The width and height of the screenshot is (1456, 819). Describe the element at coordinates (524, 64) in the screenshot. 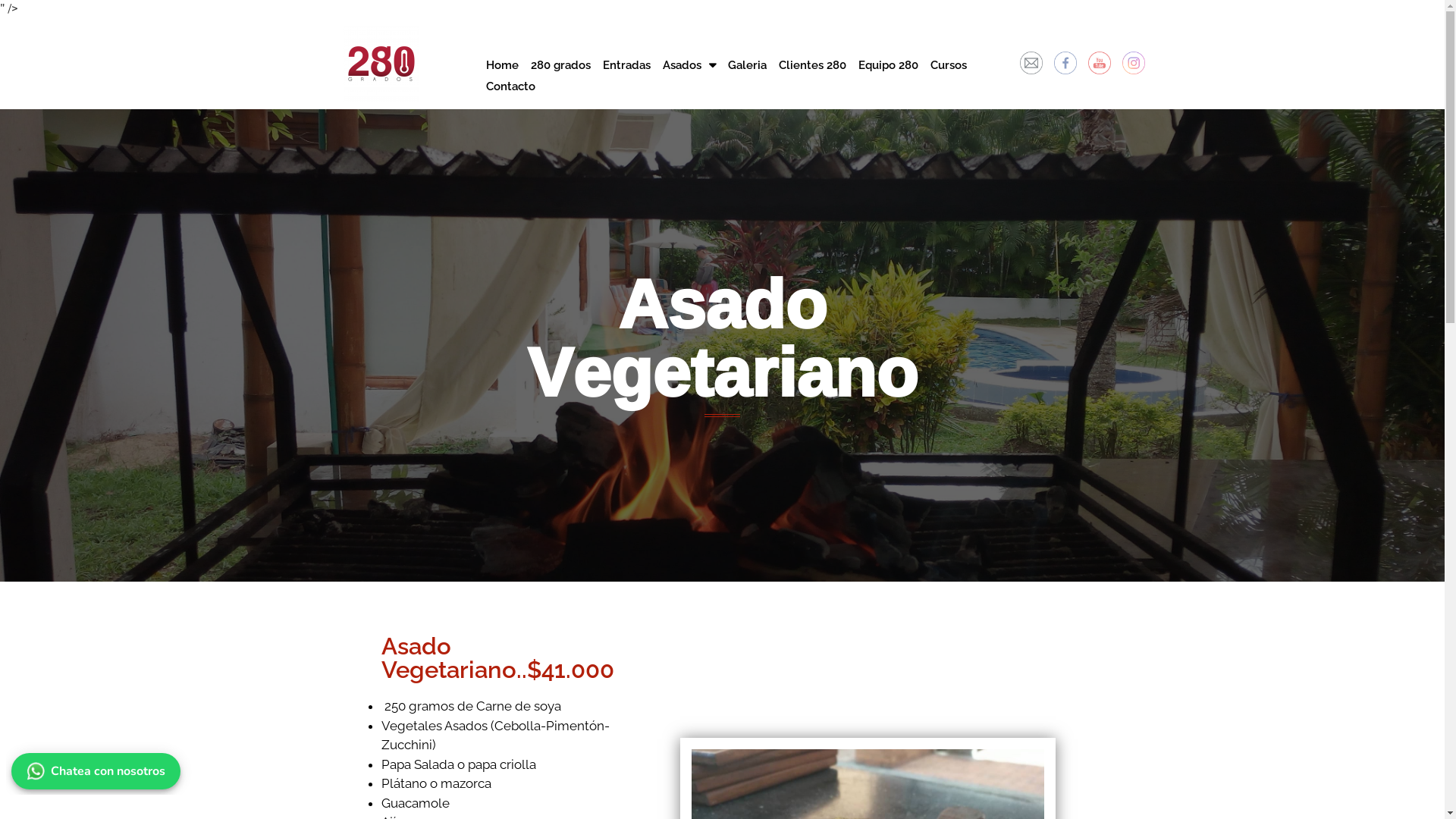

I see `'280 grados'` at that location.